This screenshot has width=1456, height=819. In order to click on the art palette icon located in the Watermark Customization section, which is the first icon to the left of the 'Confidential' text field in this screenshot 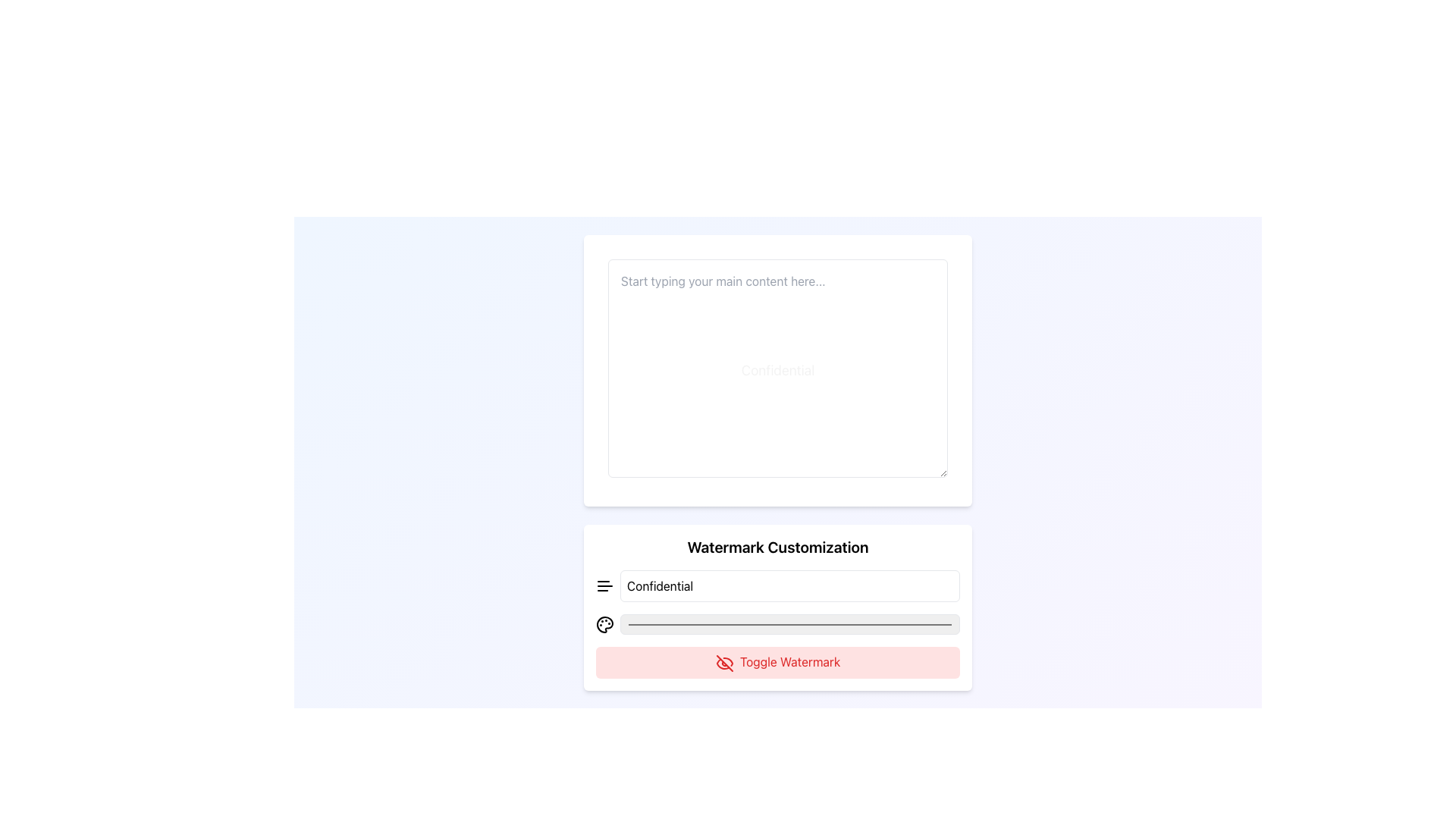, I will do `click(604, 624)`.